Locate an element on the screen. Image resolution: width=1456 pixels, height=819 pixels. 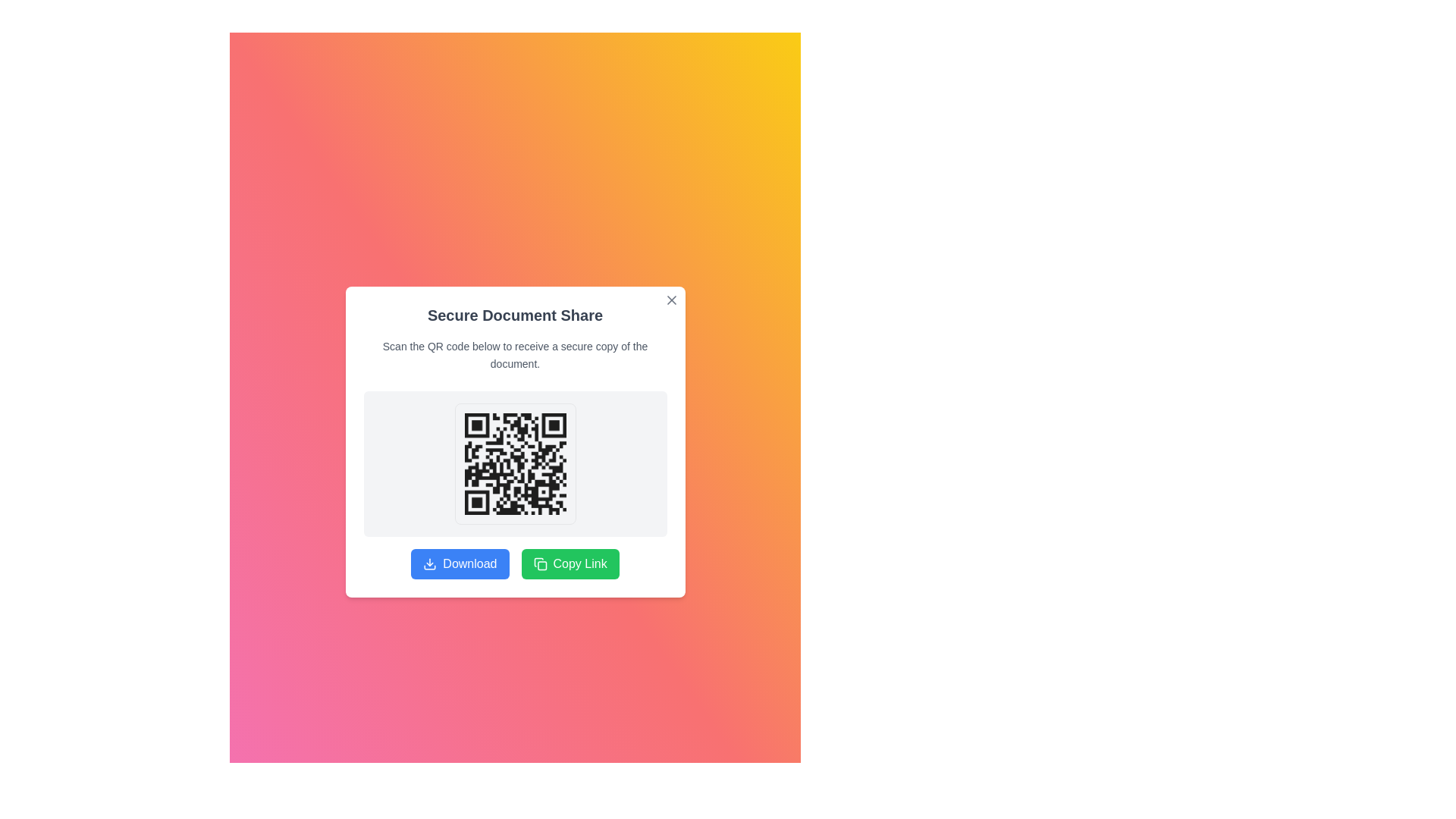
the icon composed of two overlapping rectangles representing the copying functionality, which is located within the green 'Copy Link' button at the bottom-right corner of the modal dialog is located at coordinates (540, 563).